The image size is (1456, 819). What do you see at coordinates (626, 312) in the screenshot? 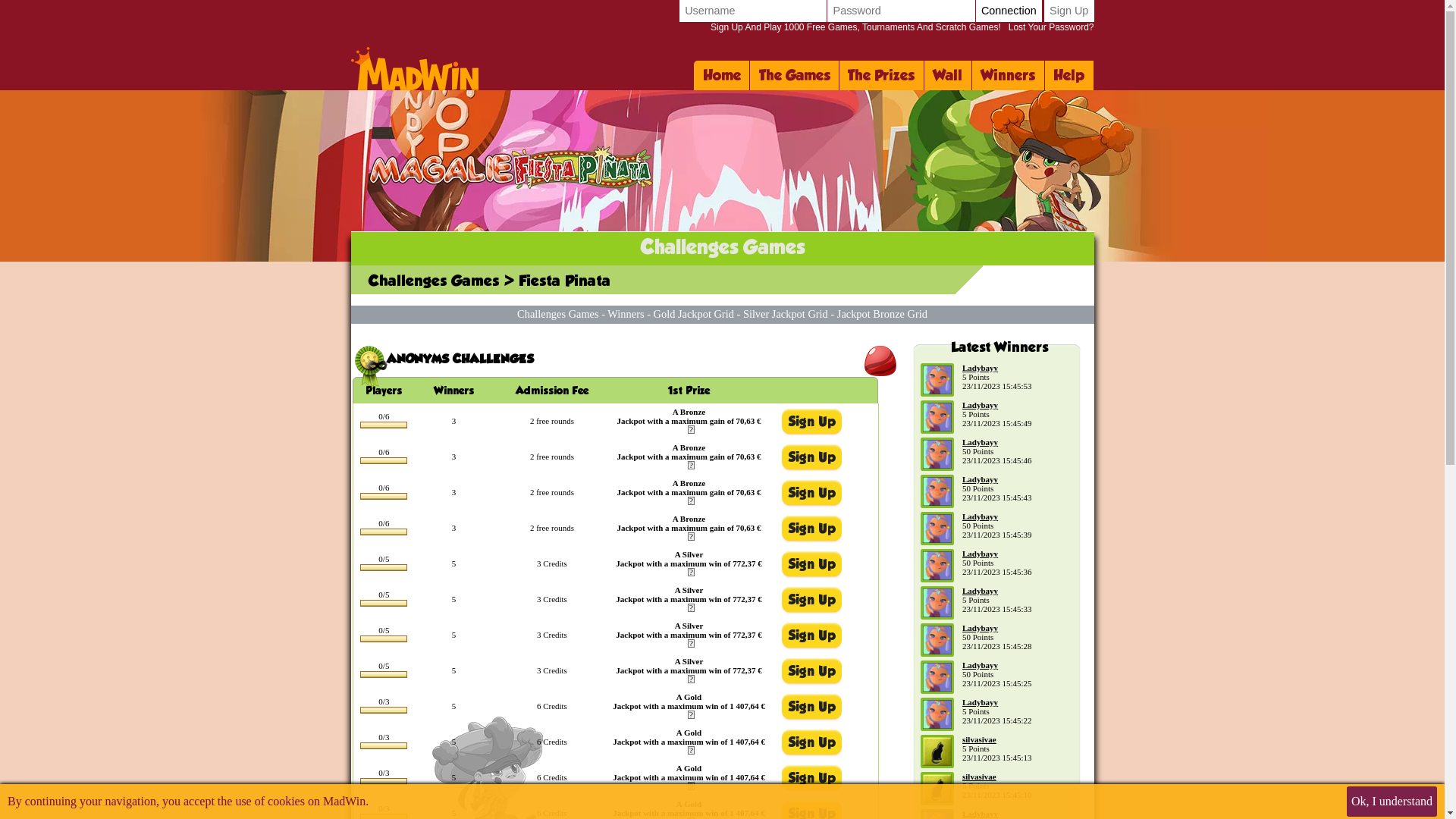
I see `'Winners'` at bounding box center [626, 312].